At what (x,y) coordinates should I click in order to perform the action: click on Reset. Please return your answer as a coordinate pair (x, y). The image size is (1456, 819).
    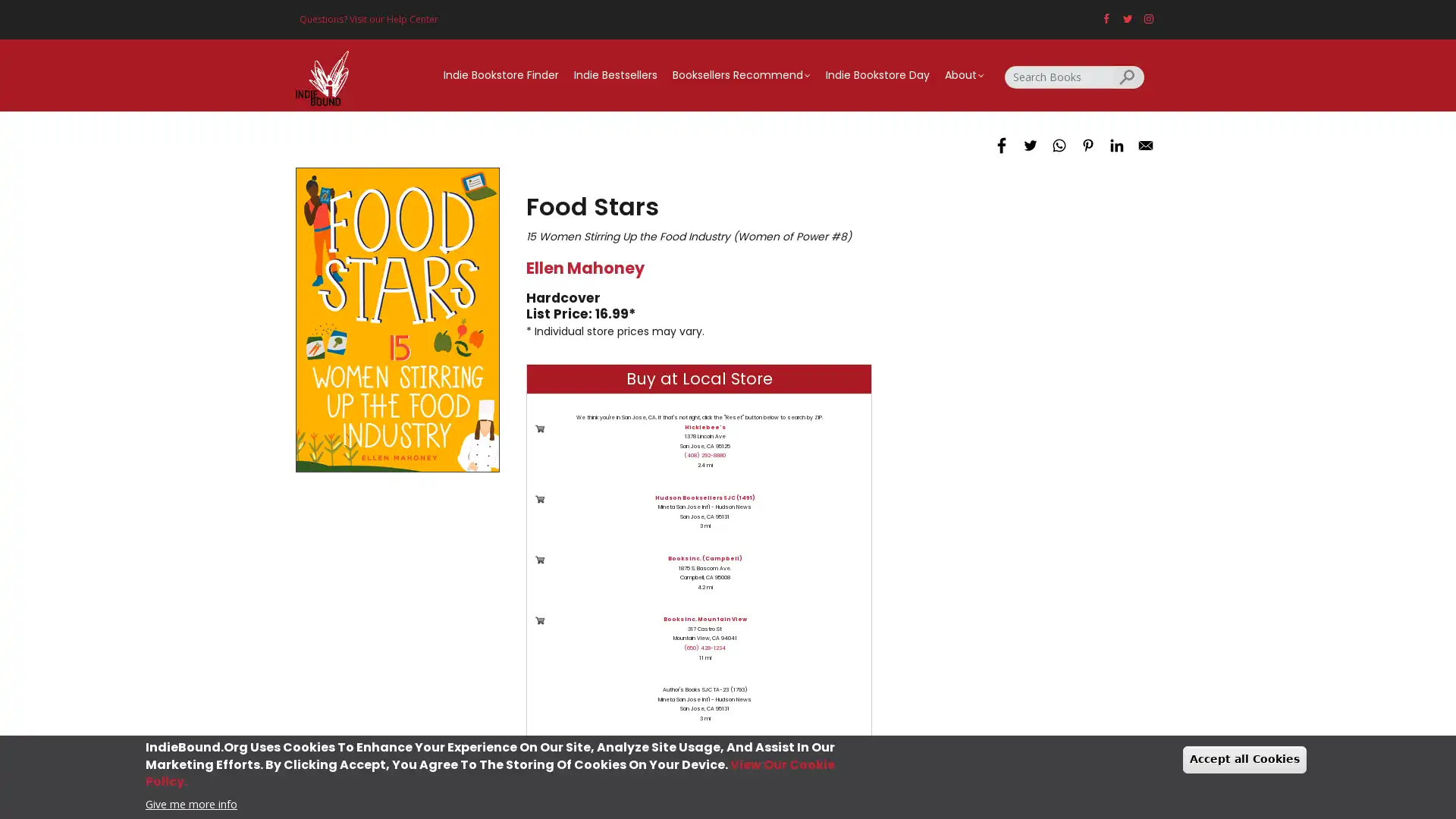
    Looking at the image, I should click on (647, 765).